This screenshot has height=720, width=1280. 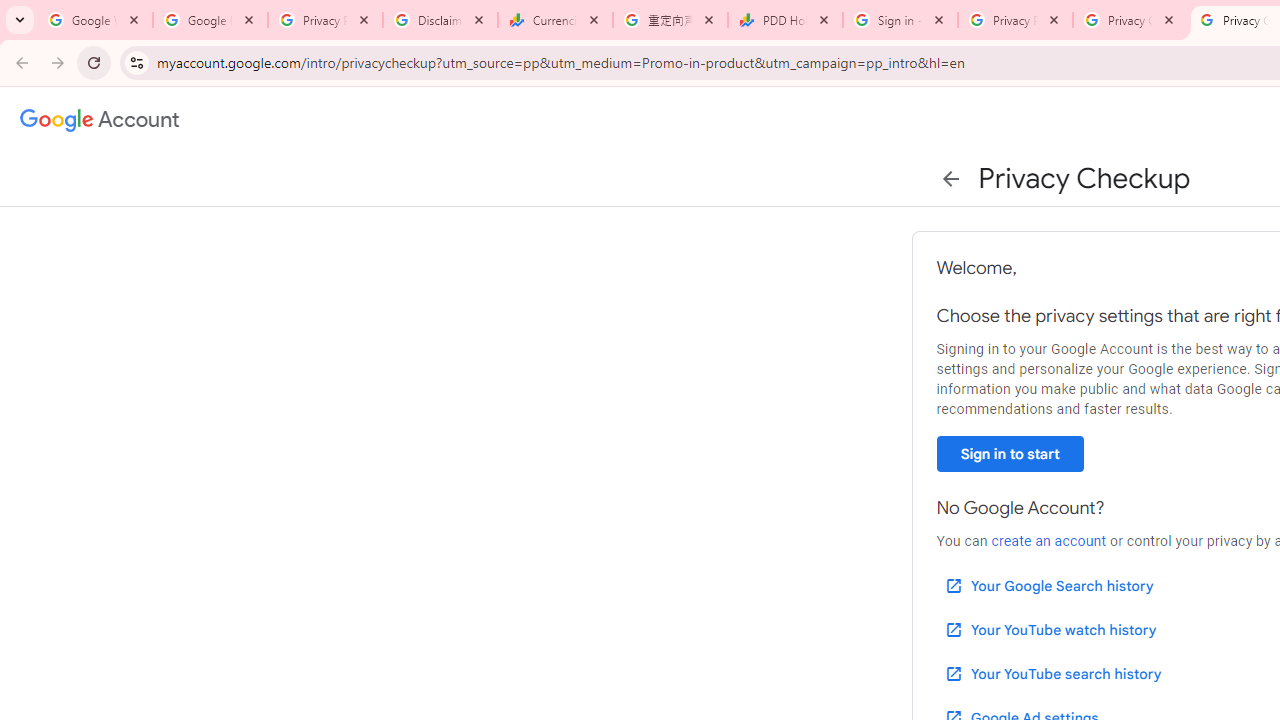 I want to click on 'Sign in to start', so click(x=1009, y=454).